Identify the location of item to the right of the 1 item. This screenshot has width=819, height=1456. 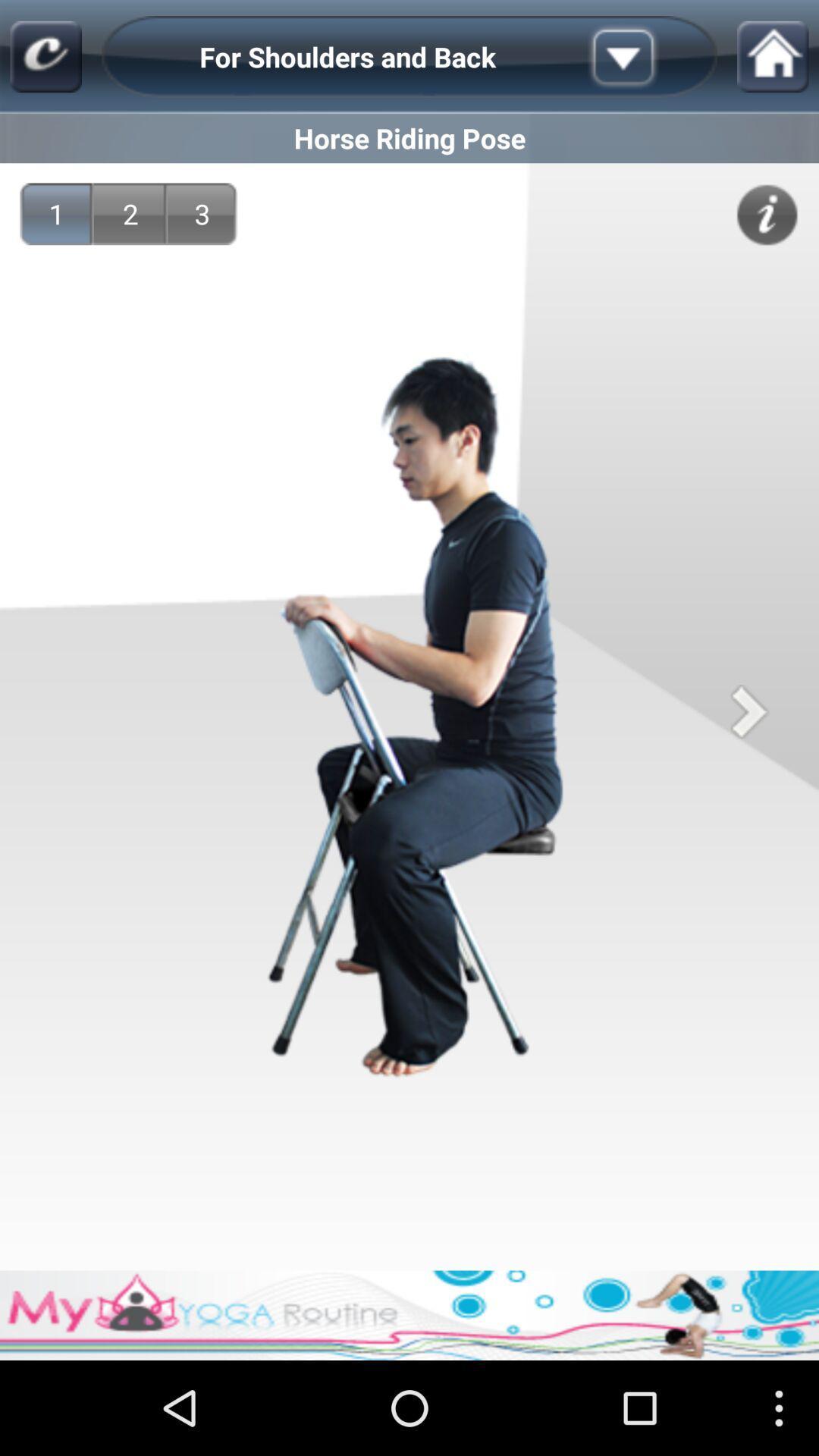
(130, 213).